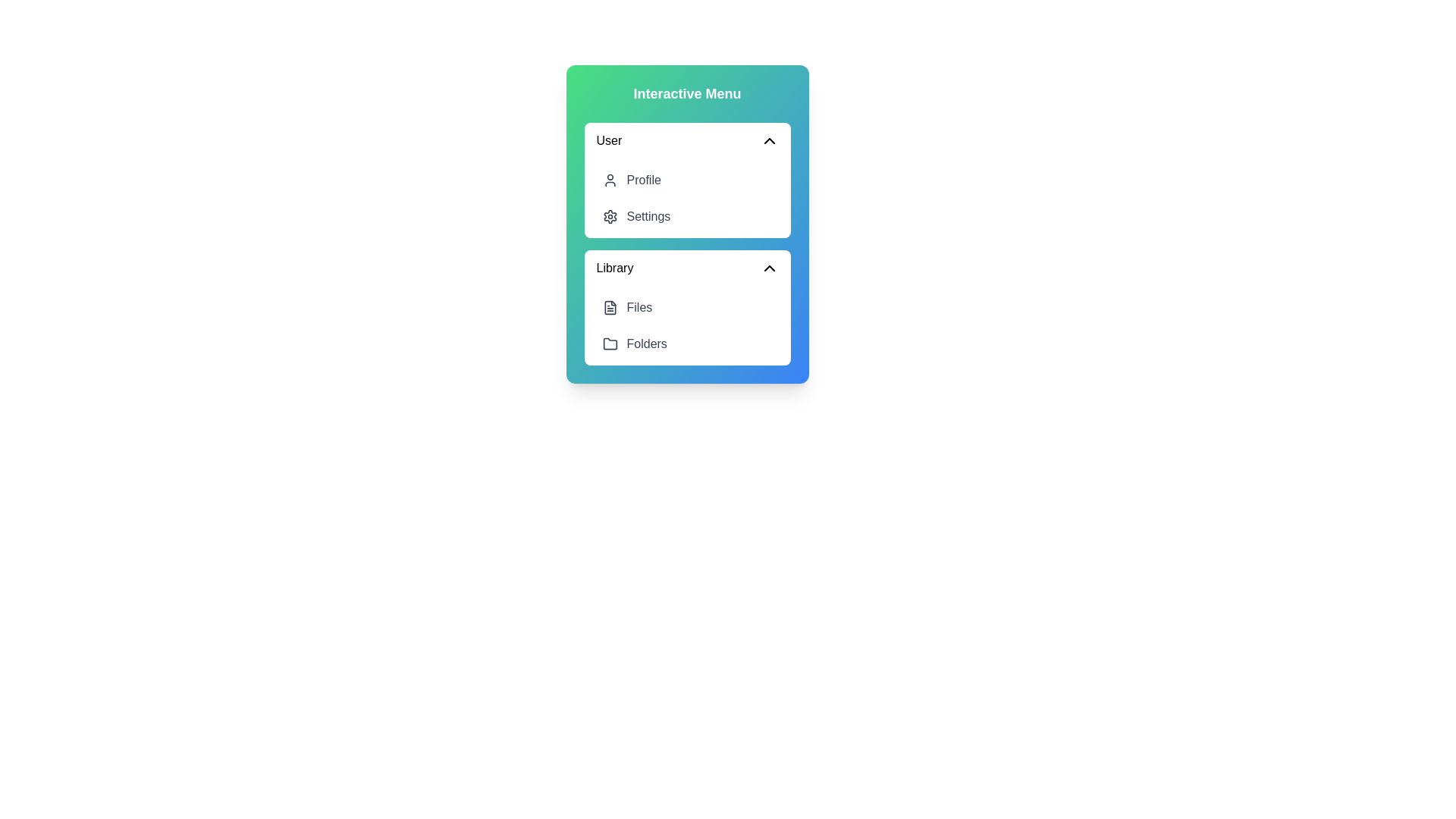 The width and height of the screenshot is (1456, 819). Describe the element at coordinates (686, 140) in the screenshot. I see `the menu item User to observe its hover style` at that location.